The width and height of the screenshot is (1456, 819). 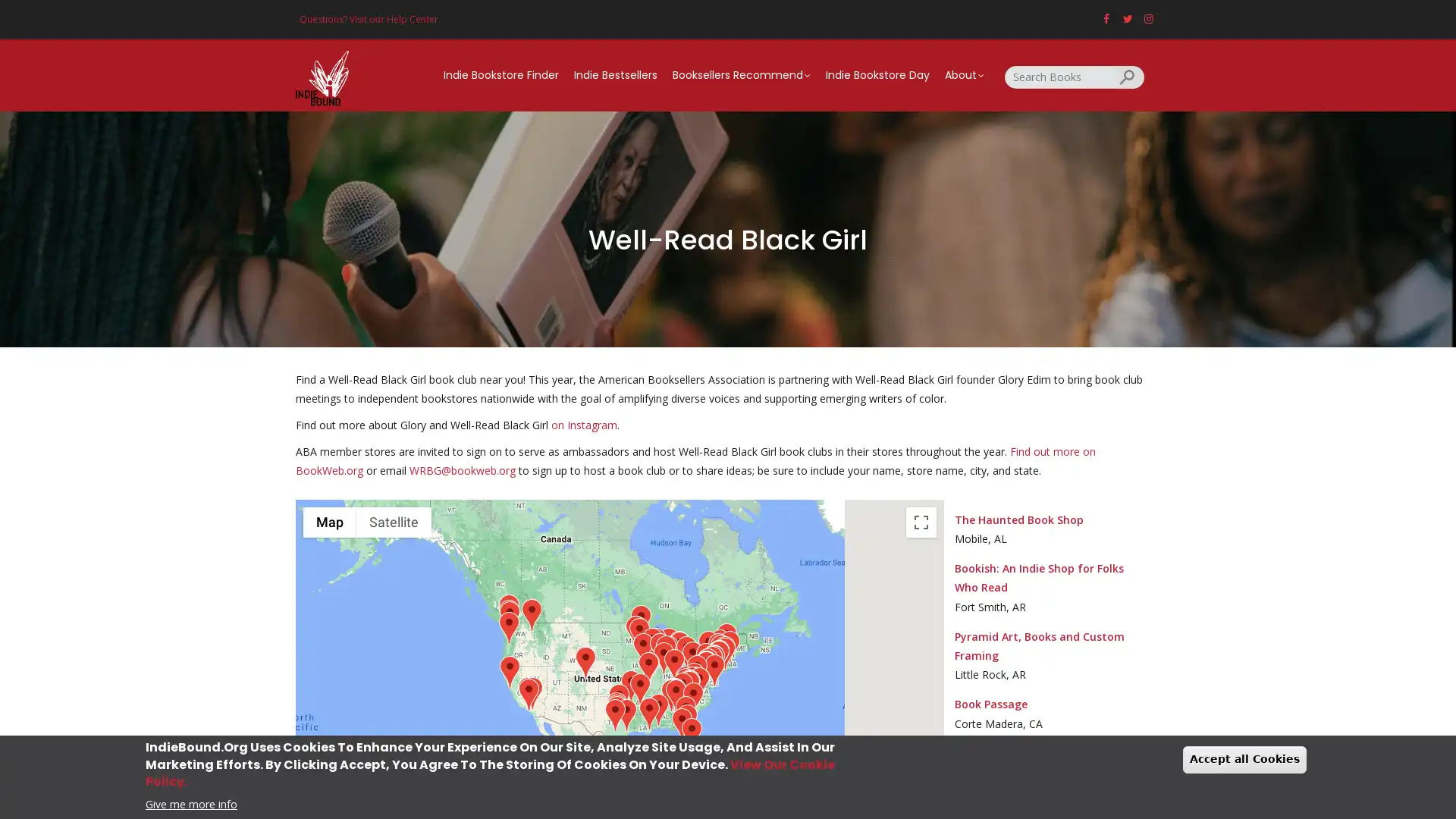 I want to click on Onyx Bookstore Cafe, so click(x=674, y=695).